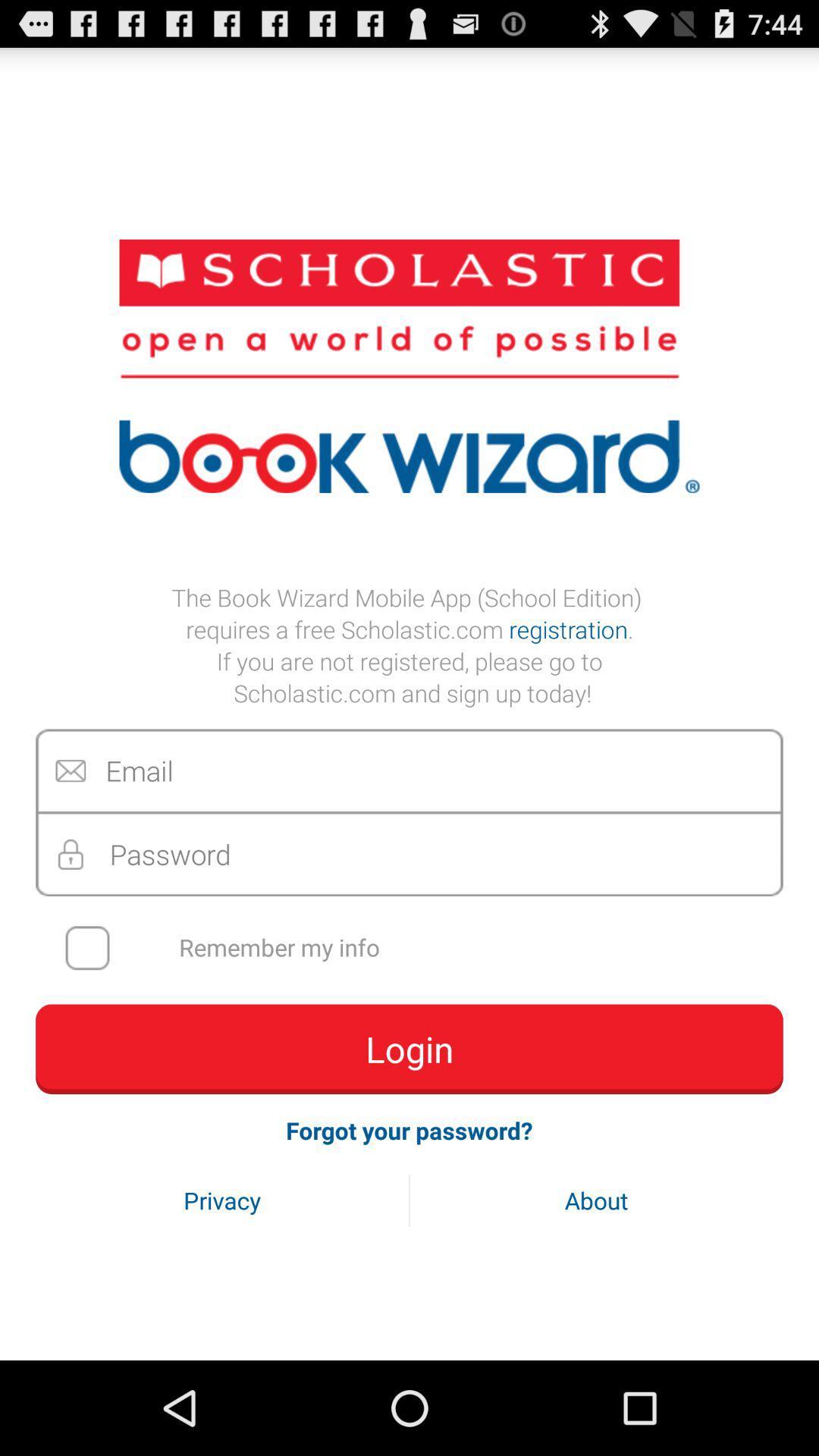  What do you see at coordinates (419, 947) in the screenshot?
I see `the remember my info item` at bounding box center [419, 947].